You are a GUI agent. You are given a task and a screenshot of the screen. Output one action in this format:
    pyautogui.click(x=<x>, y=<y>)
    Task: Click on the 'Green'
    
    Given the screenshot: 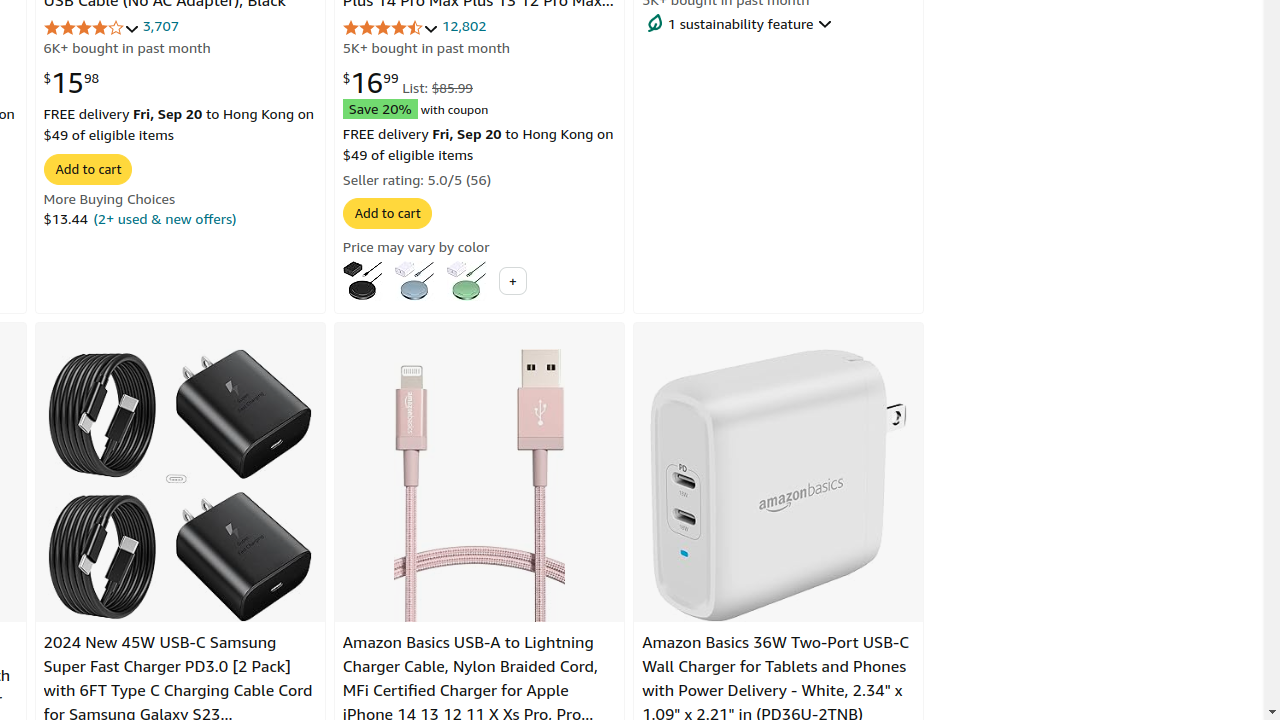 What is the action you would take?
    pyautogui.click(x=465, y=280)
    